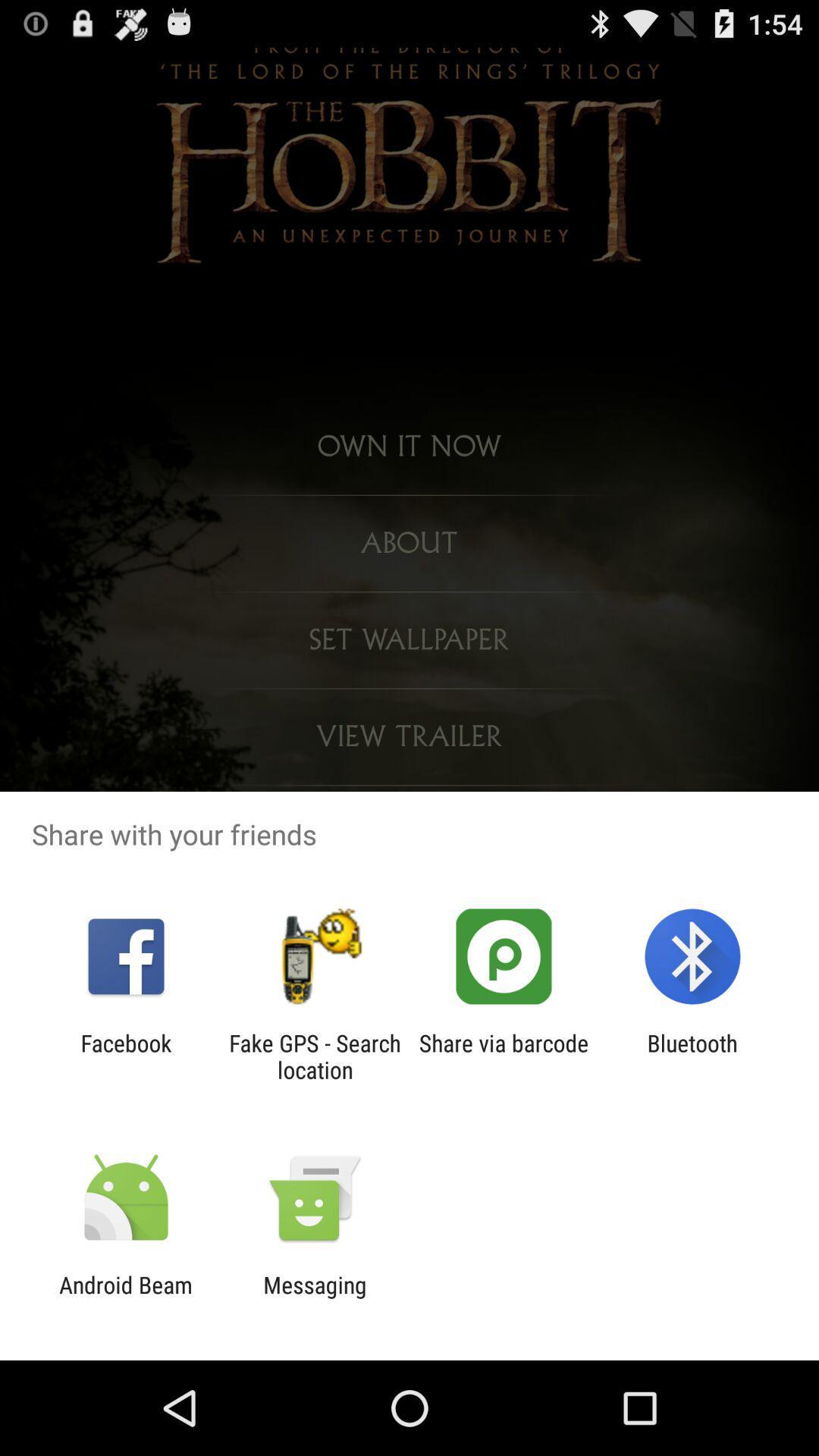 This screenshot has width=819, height=1456. I want to click on app next to the android beam icon, so click(314, 1298).